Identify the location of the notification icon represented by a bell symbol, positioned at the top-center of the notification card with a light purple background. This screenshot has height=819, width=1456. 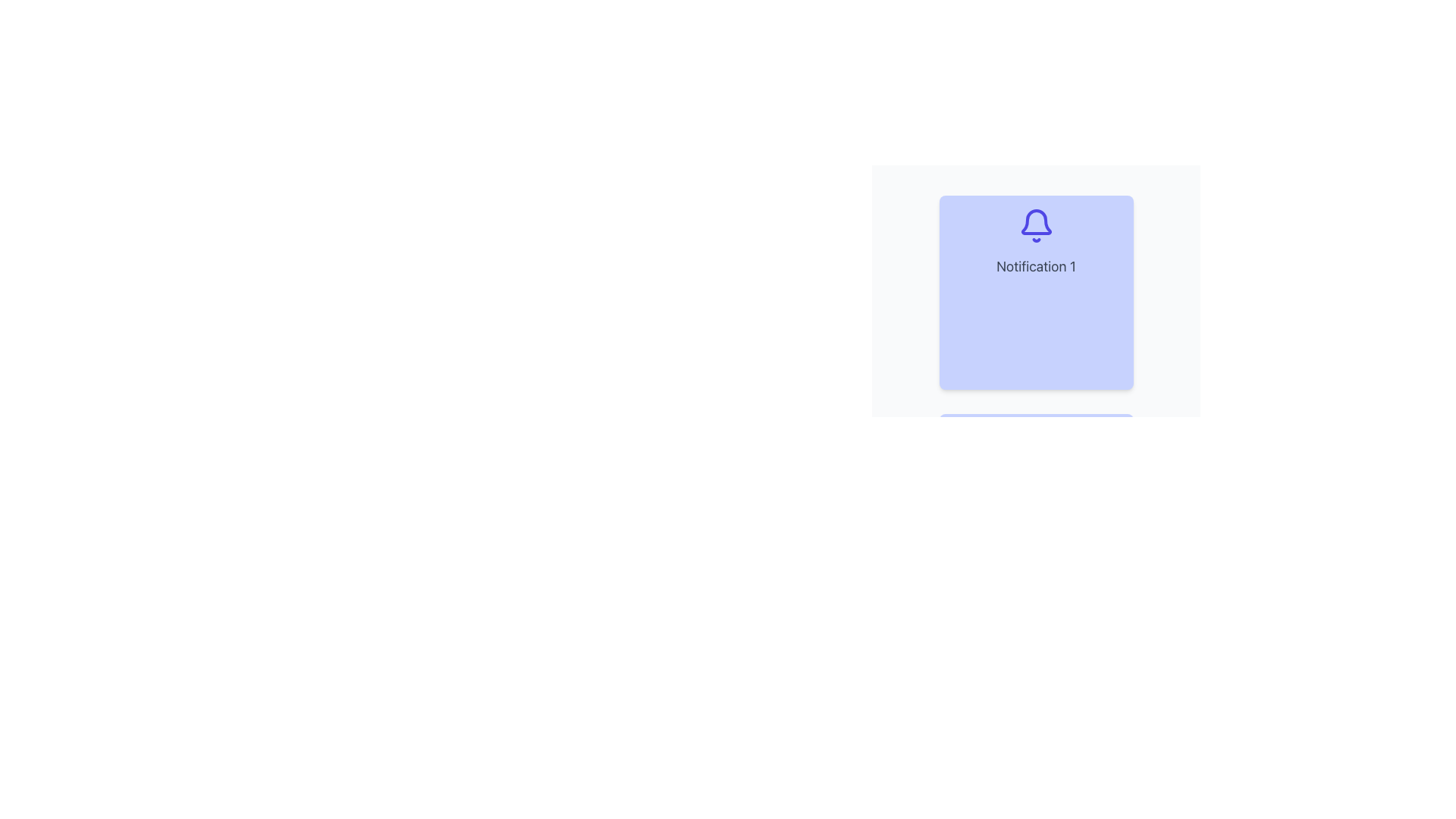
(1035, 225).